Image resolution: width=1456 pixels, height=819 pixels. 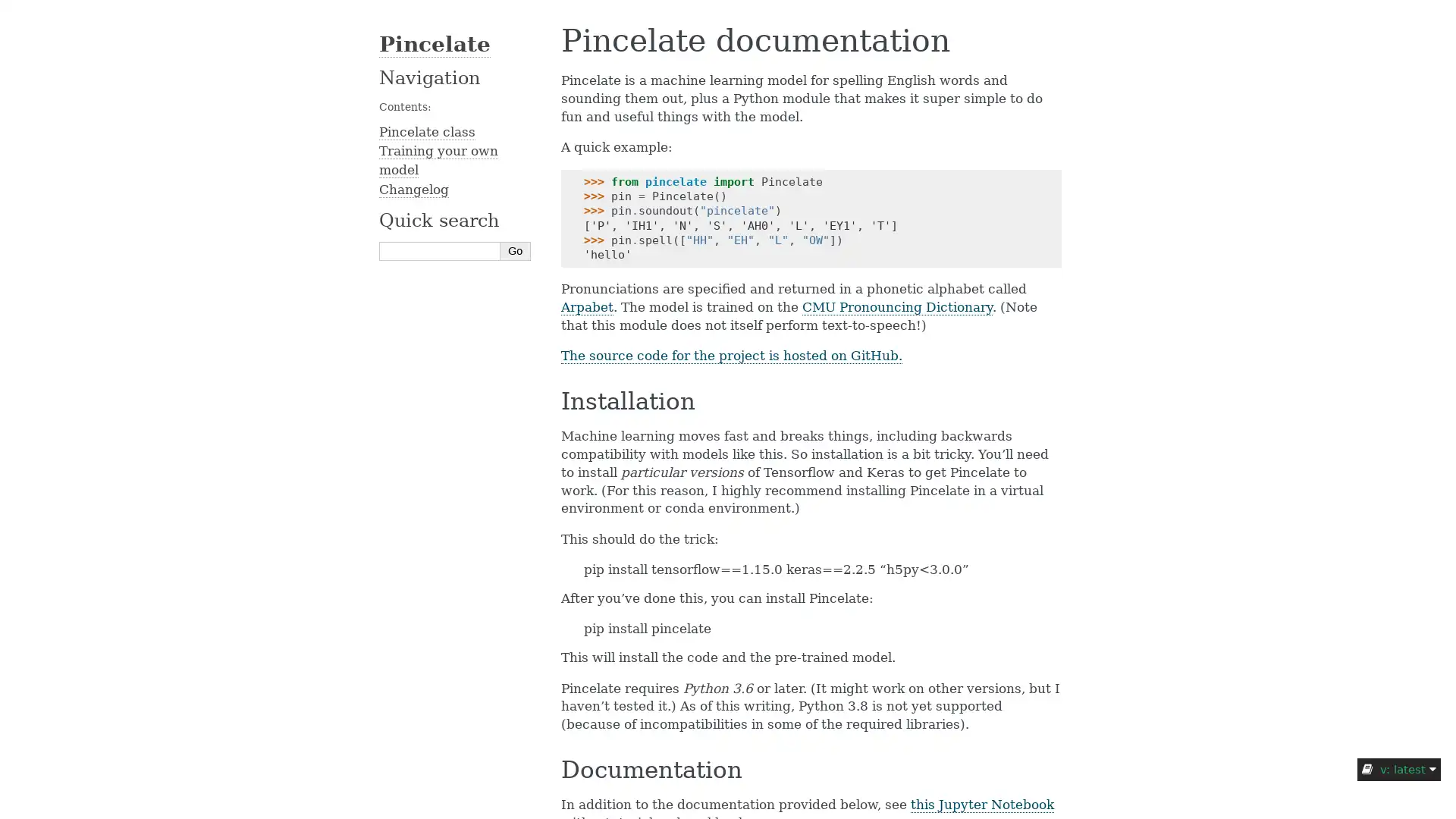 I want to click on Go, so click(x=516, y=249).